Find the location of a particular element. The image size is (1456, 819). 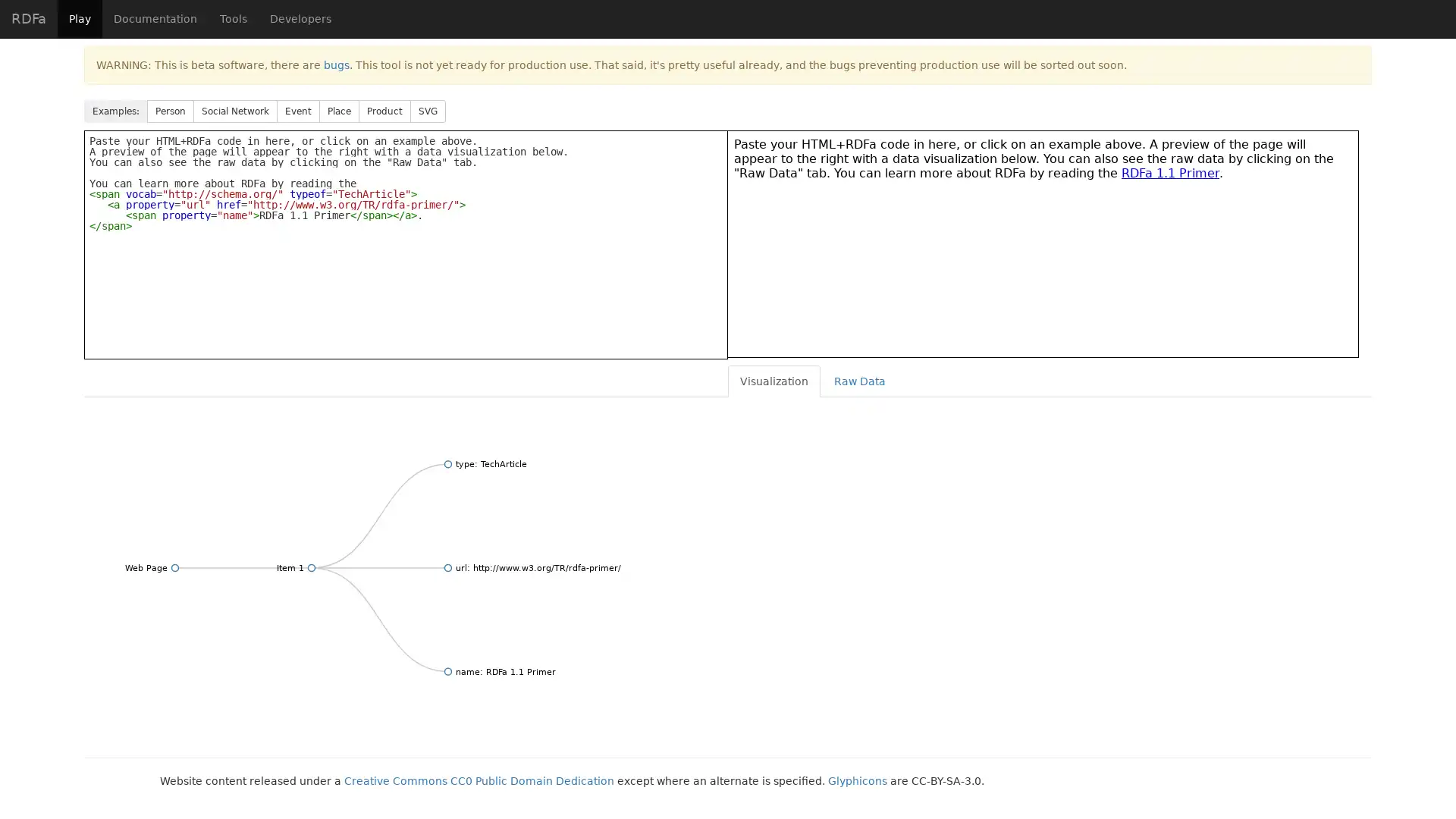

Event is located at coordinates (298, 110).